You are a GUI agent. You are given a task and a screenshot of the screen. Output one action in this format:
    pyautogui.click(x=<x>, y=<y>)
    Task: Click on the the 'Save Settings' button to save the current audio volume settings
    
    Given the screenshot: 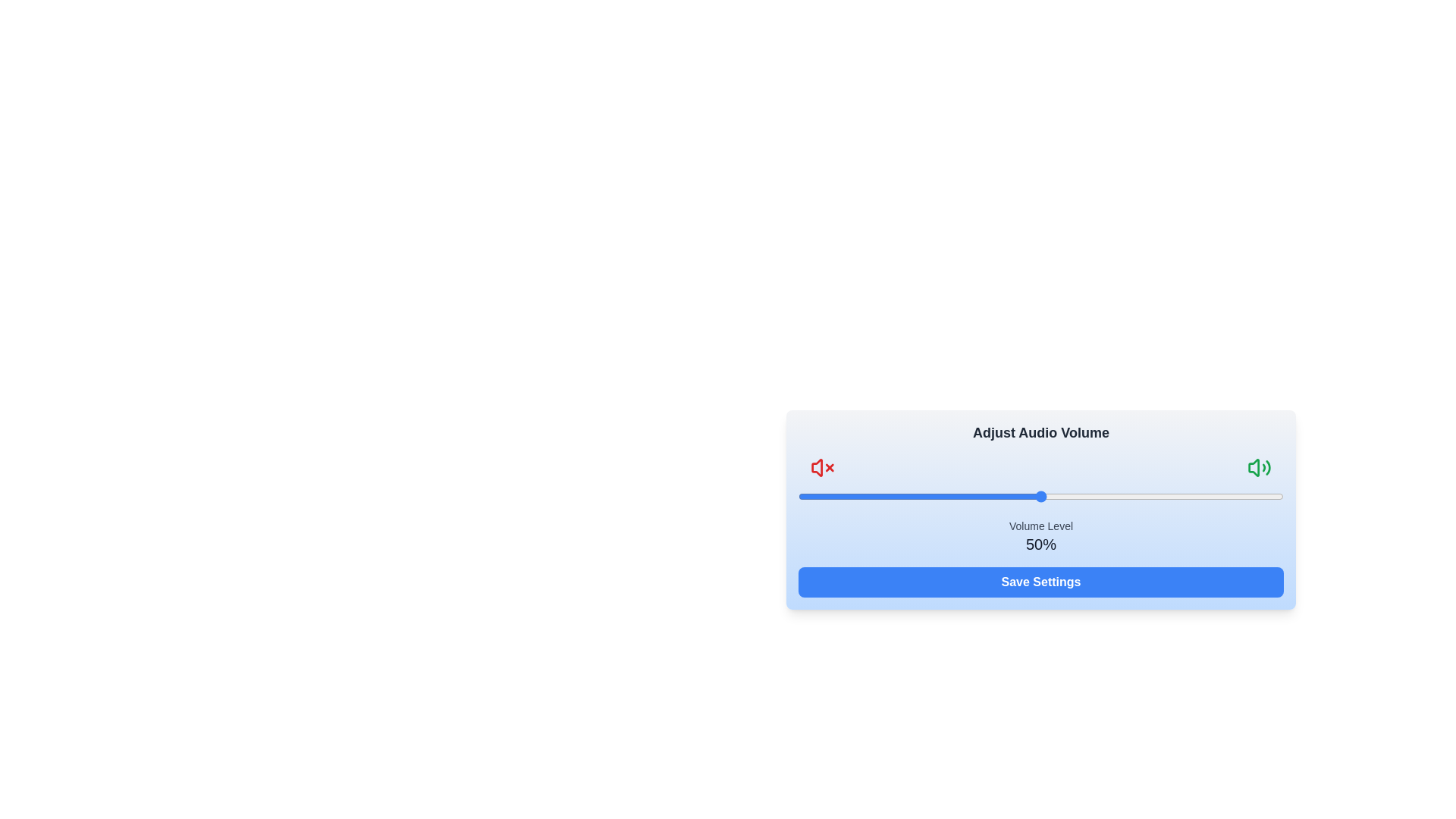 What is the action you would take?
    pyautogui.click(x=1040, y=581)
    